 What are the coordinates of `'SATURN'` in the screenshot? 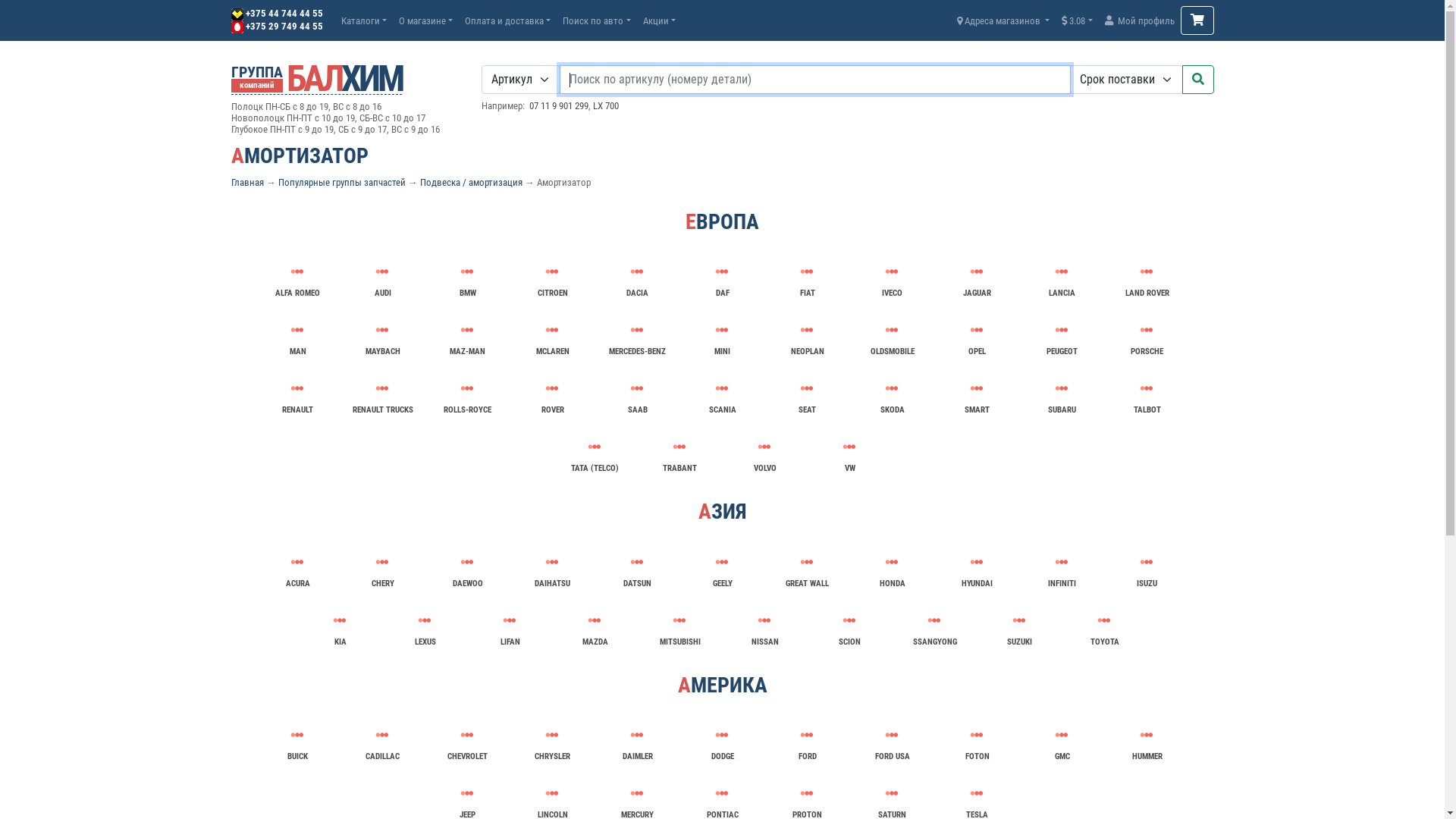 It's located at (892, 792).